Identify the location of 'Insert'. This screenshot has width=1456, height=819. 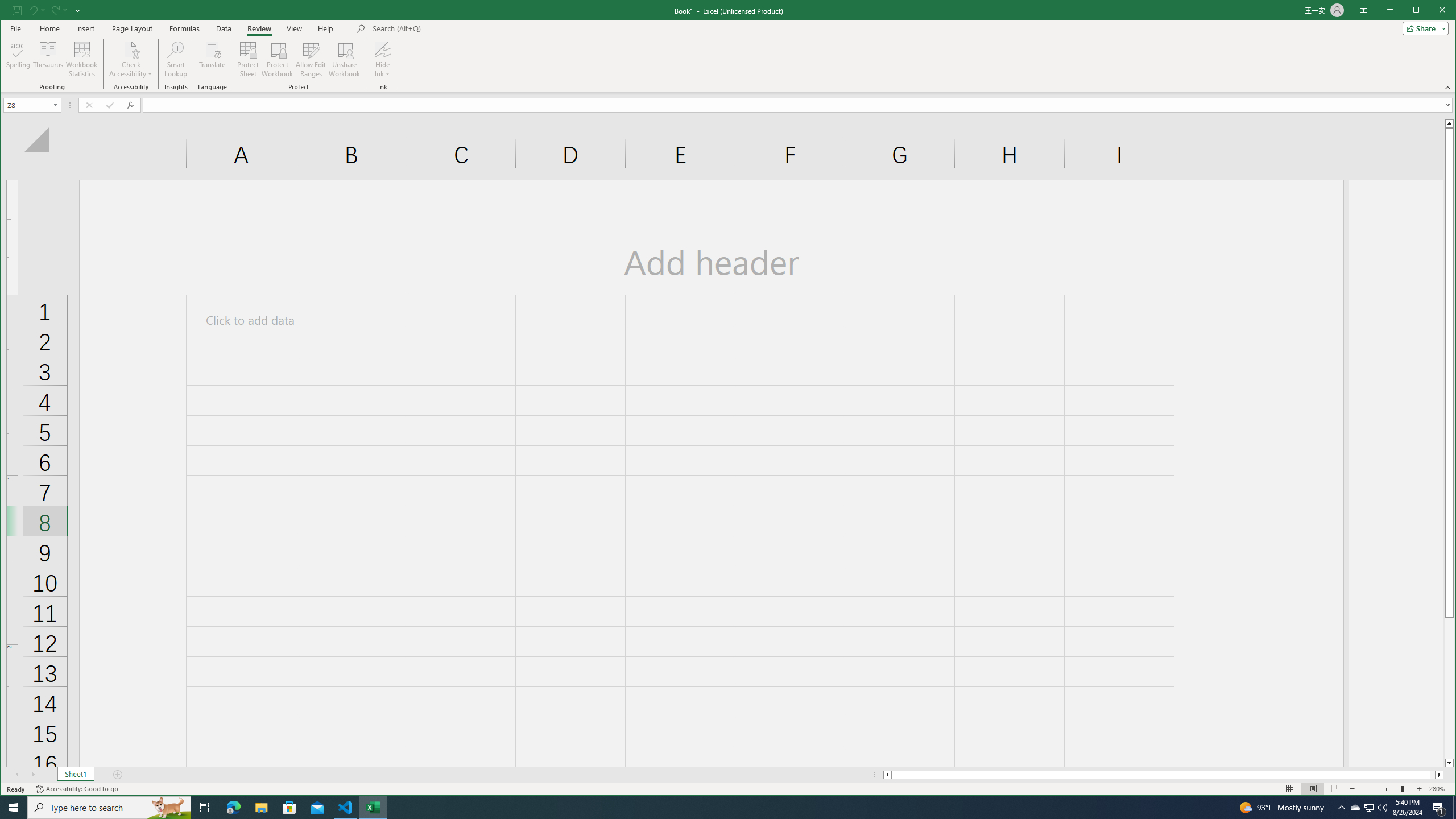
(85, 28).